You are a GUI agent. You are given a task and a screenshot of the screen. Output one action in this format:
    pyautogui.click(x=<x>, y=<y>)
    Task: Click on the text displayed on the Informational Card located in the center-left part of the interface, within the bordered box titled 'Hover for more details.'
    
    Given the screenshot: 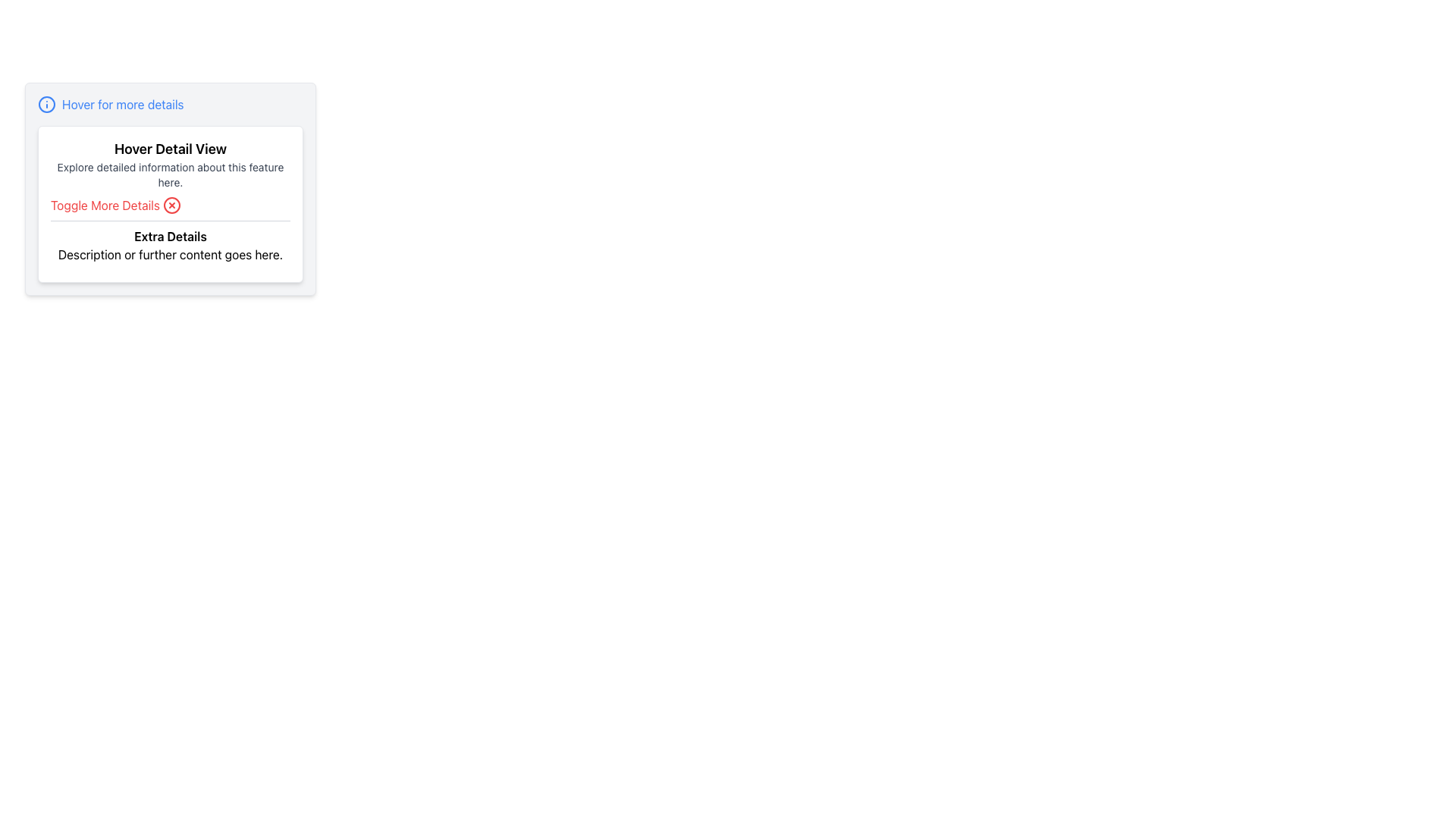 What is the action you would take?
    pyautogui.click(x=171, y=203)
    